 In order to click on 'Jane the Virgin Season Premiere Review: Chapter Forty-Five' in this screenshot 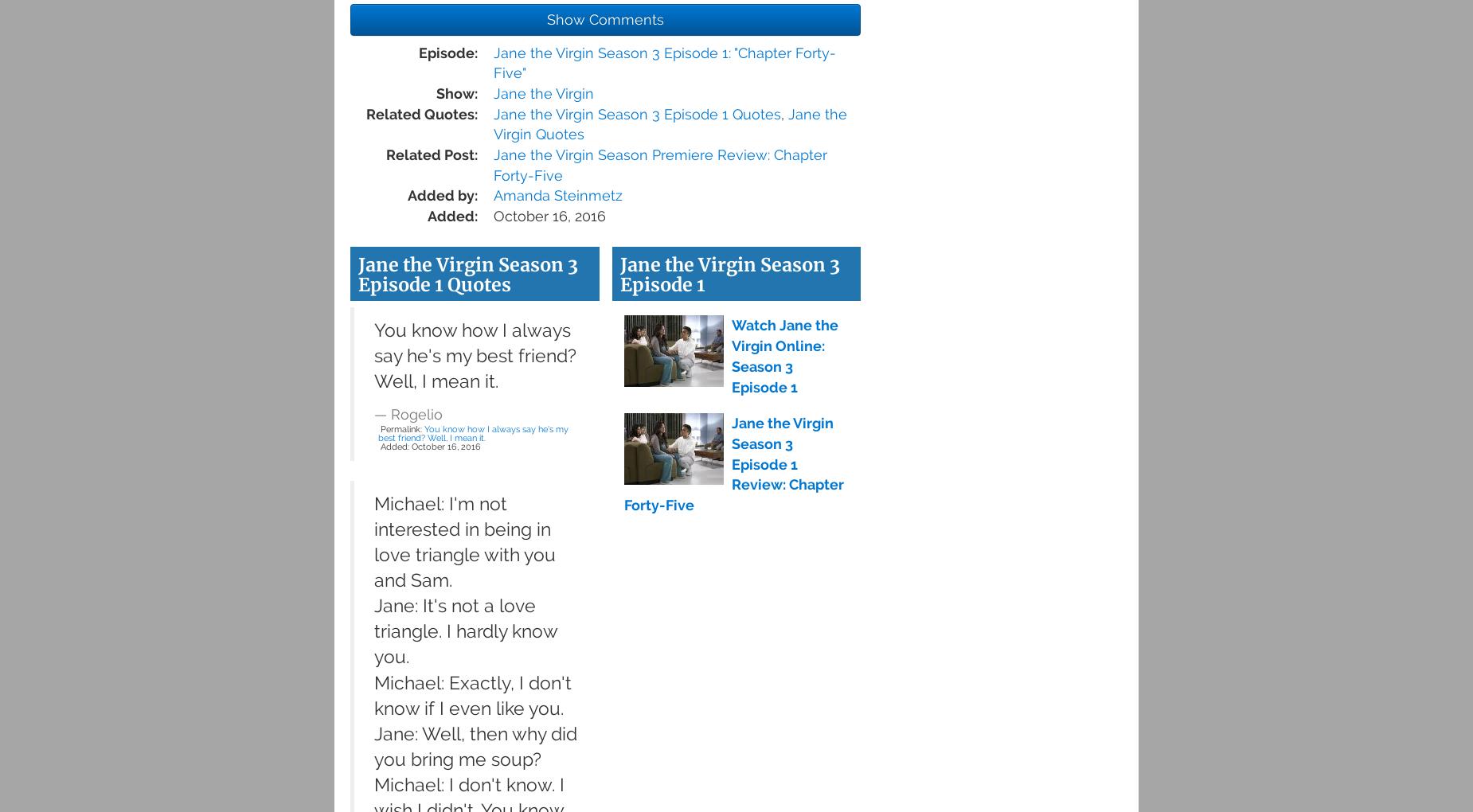, I will do `click(660, 163)`.